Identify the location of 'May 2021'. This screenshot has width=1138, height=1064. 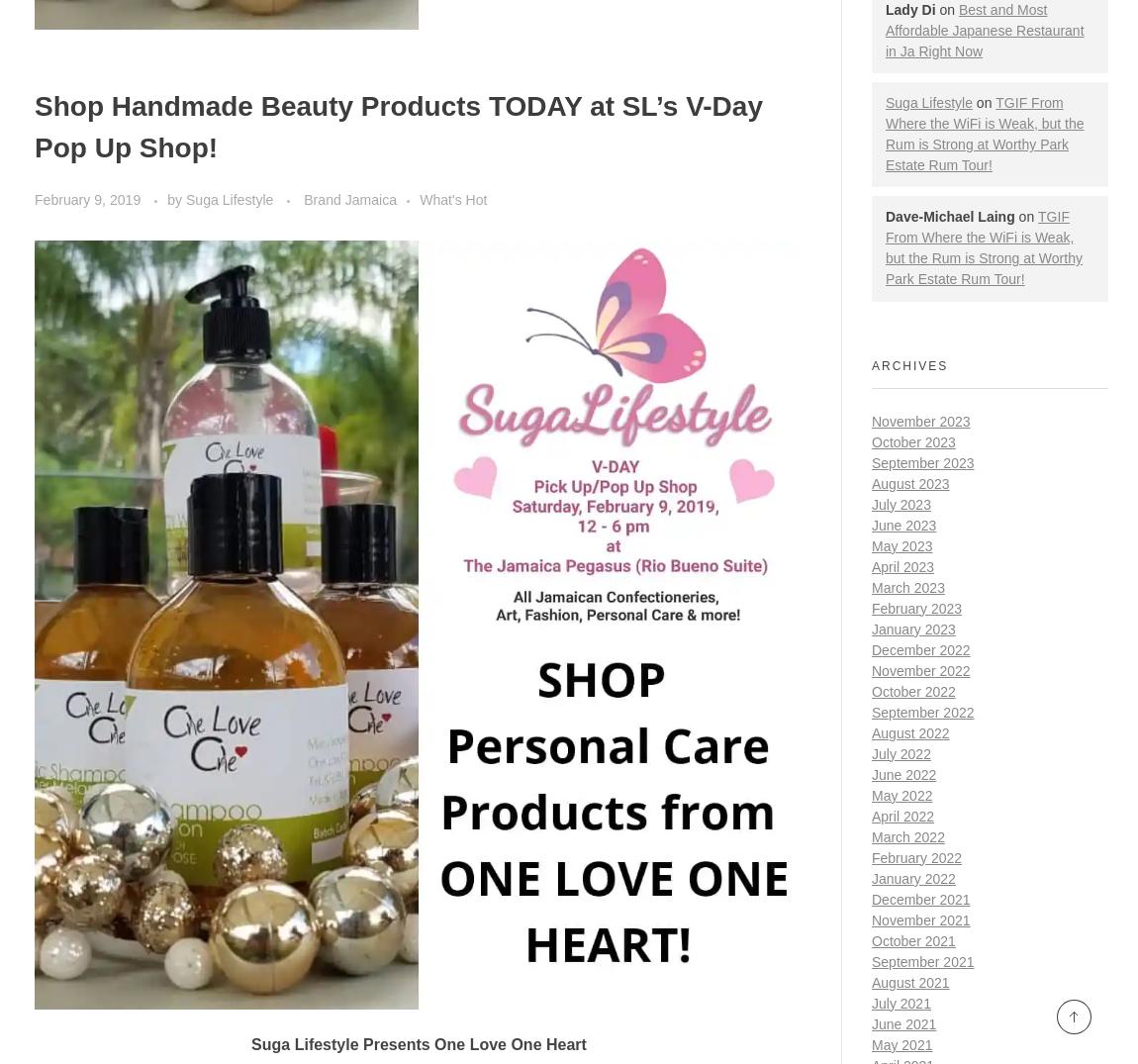
(901, 1044).